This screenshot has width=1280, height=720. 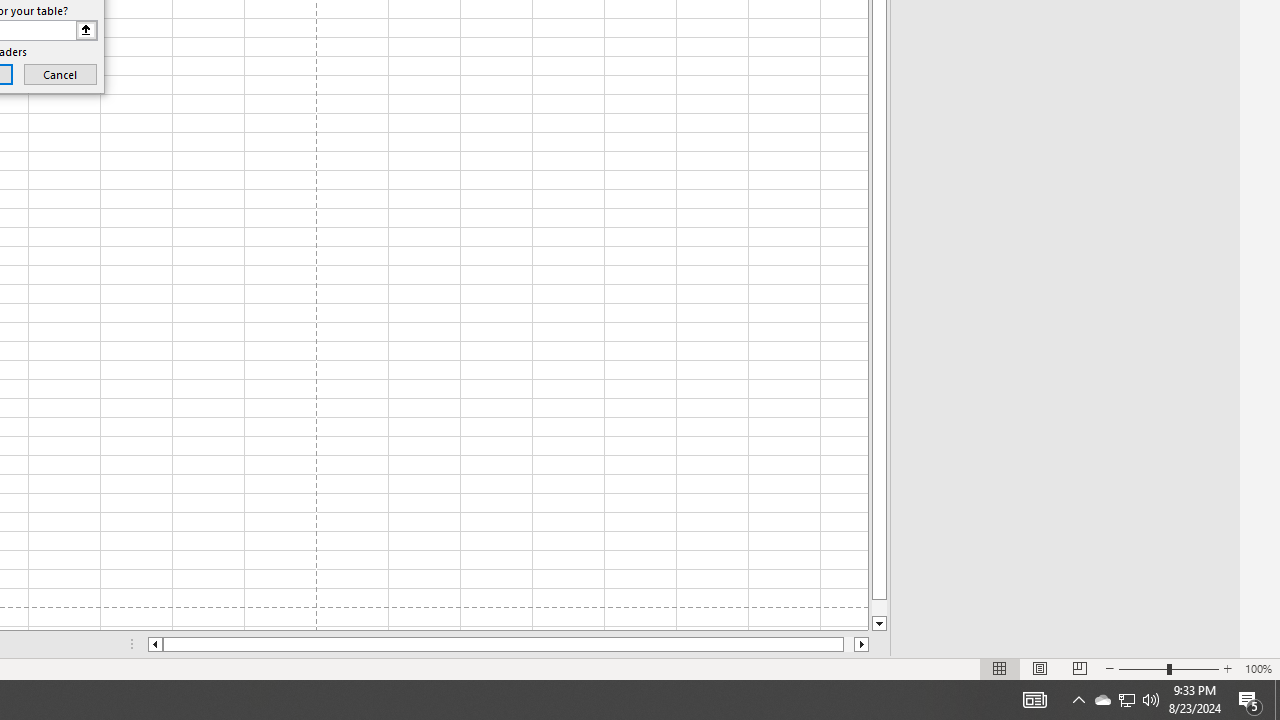 What do you see at coordinates (508, 644) in the screenshot?
I see `'Class: NetUIScrollBar'` at bounding box center [508, 644].